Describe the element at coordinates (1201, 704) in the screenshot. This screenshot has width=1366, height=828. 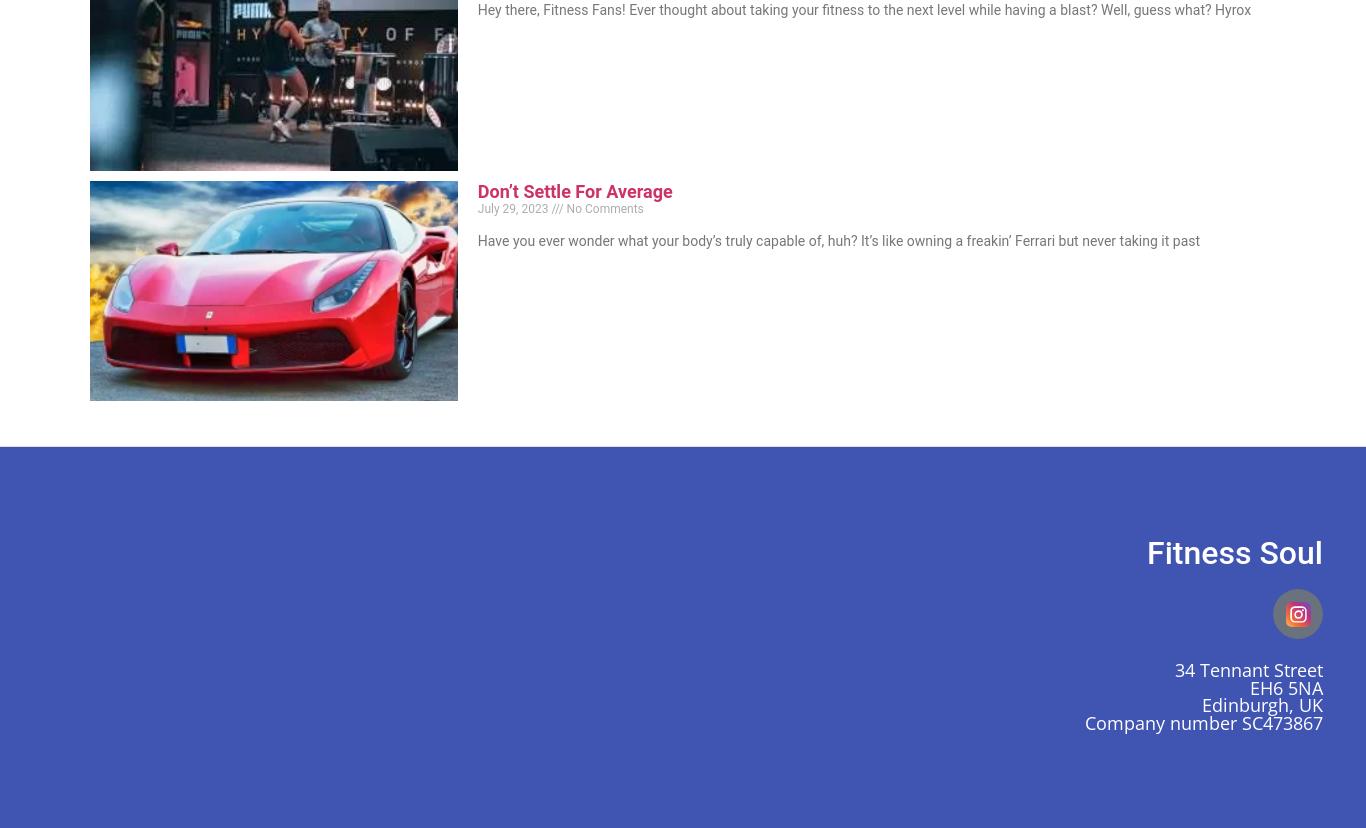
I see `'Edinburgh, UK'` at that location.